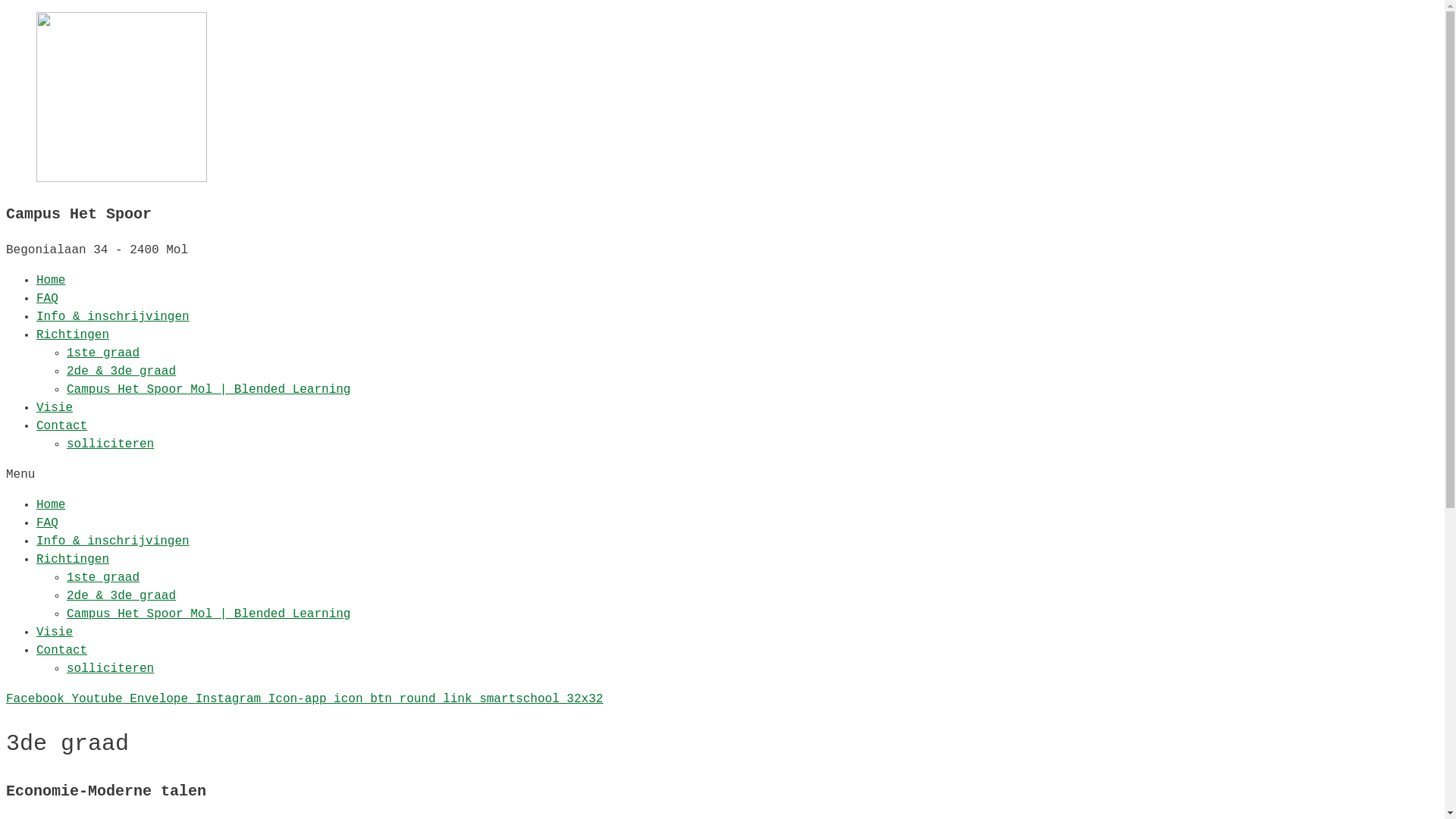 The image size is (1456, 819). I want to click on 'Home', so click(51, 281).